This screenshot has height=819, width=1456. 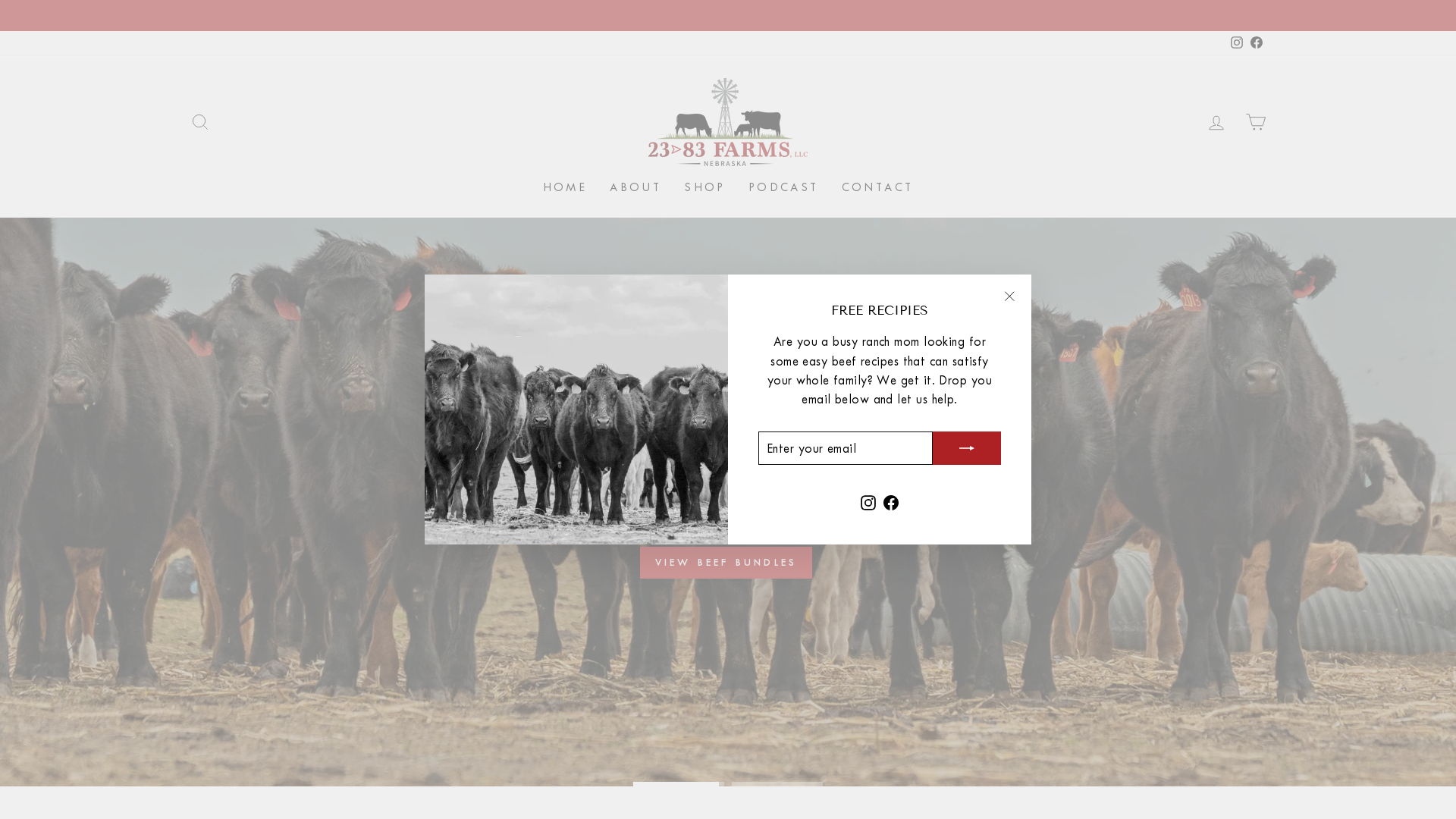 I want to click on 'SEARCH', so click(x=199, y=121).